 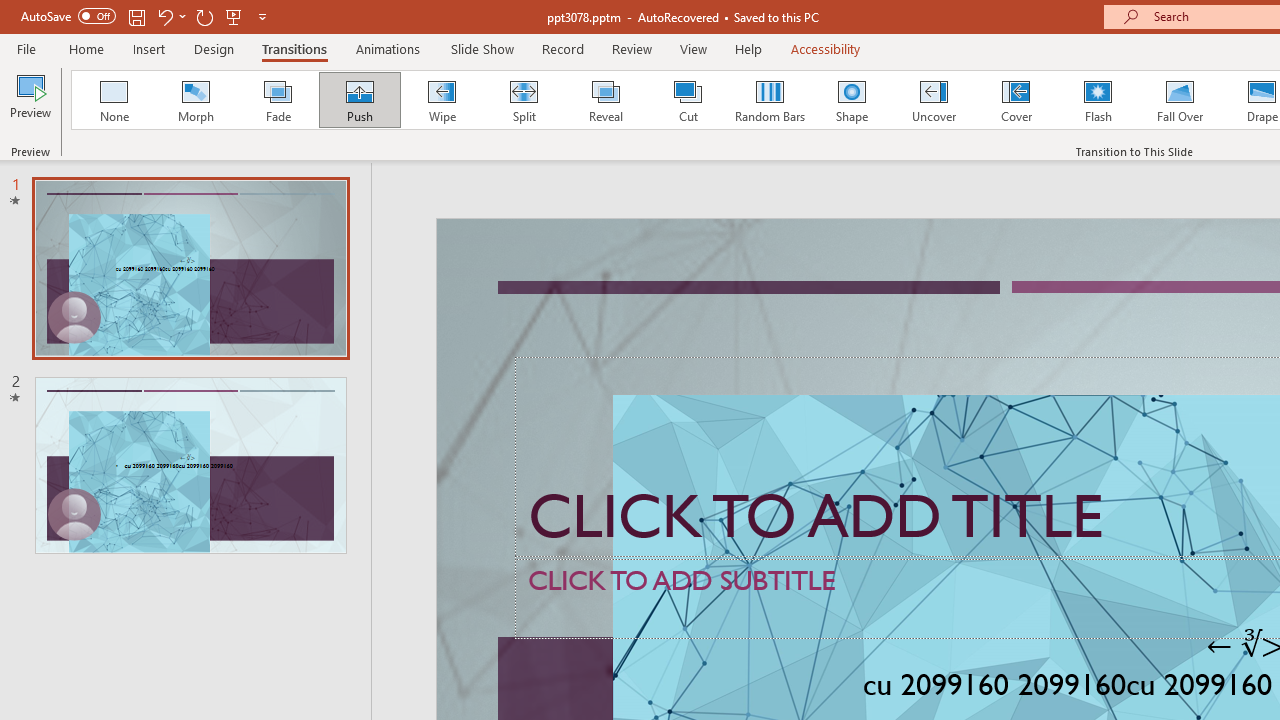 I want to click on 'Morph', so click(x=195, y=100).